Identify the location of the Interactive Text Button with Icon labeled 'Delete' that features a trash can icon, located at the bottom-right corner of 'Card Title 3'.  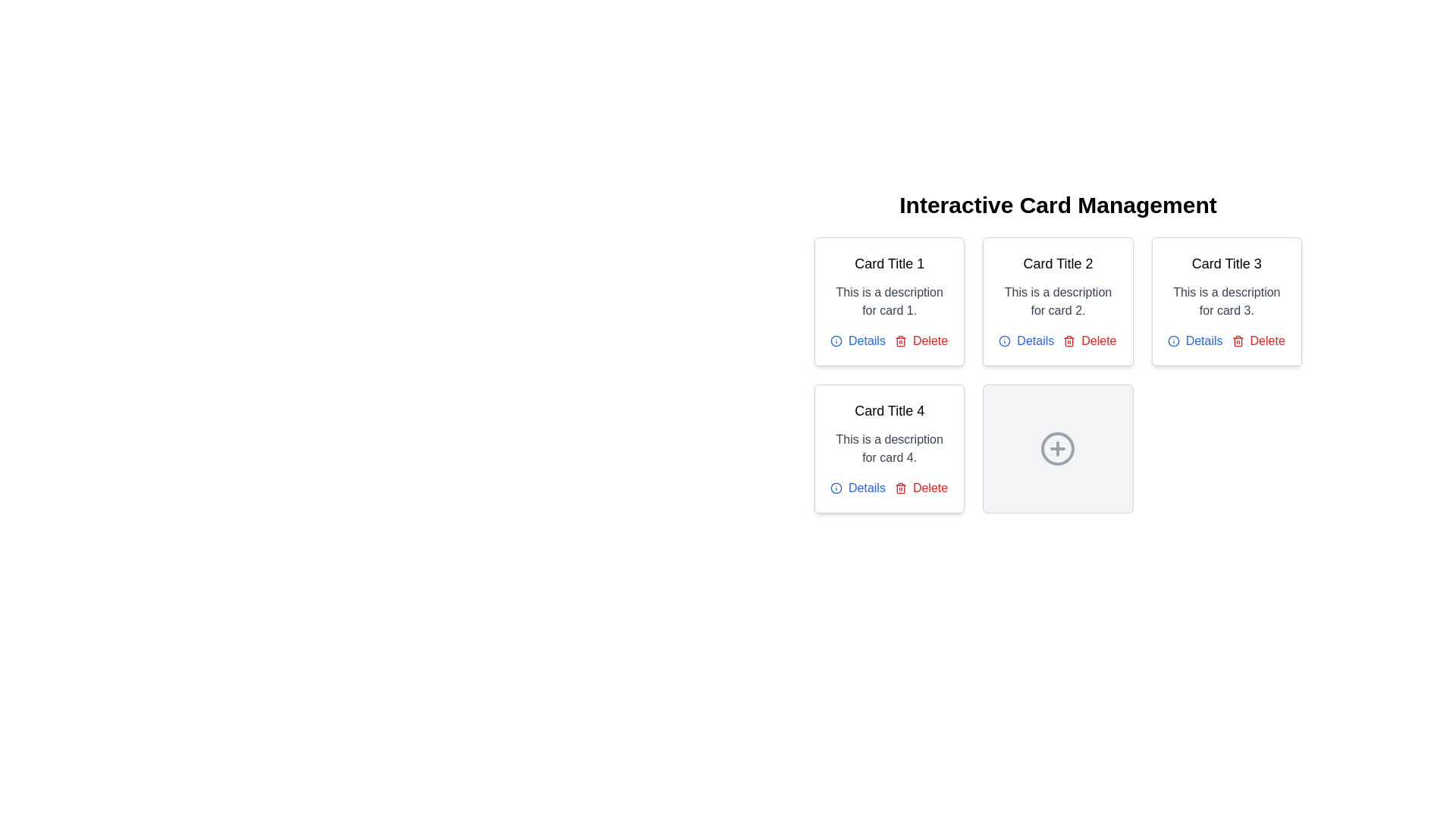
(1258, 341).